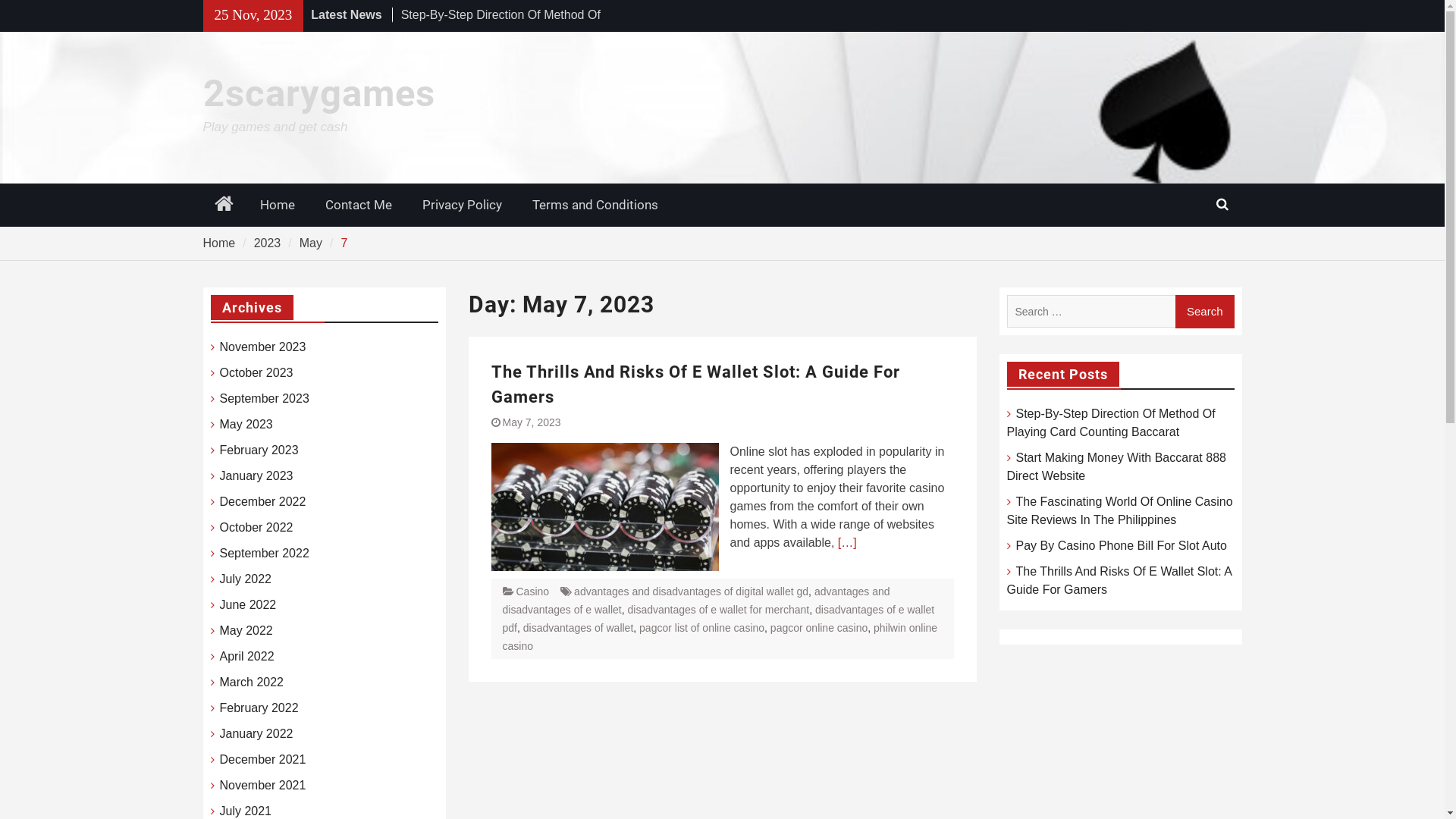 This screenshot has height=819, width=1456. Describe the element at coordinates (701, 628) in the screenshot. I see `'pagcor list of online casino'` at that location.